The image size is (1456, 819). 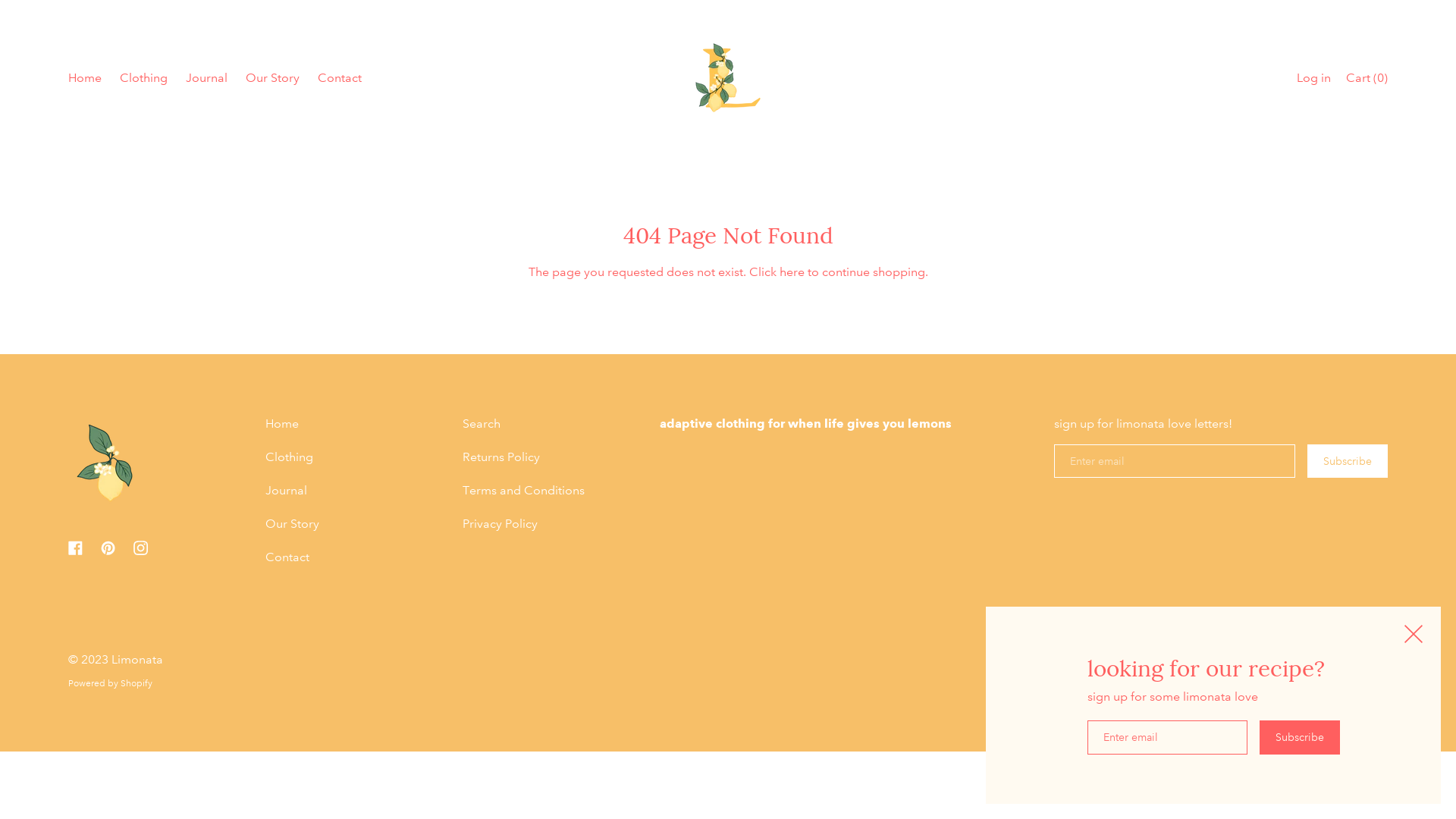 What do you see at coordinates (206, 79) in the screenshot?
I see `'Journal'` at bounding box center [206, 79].